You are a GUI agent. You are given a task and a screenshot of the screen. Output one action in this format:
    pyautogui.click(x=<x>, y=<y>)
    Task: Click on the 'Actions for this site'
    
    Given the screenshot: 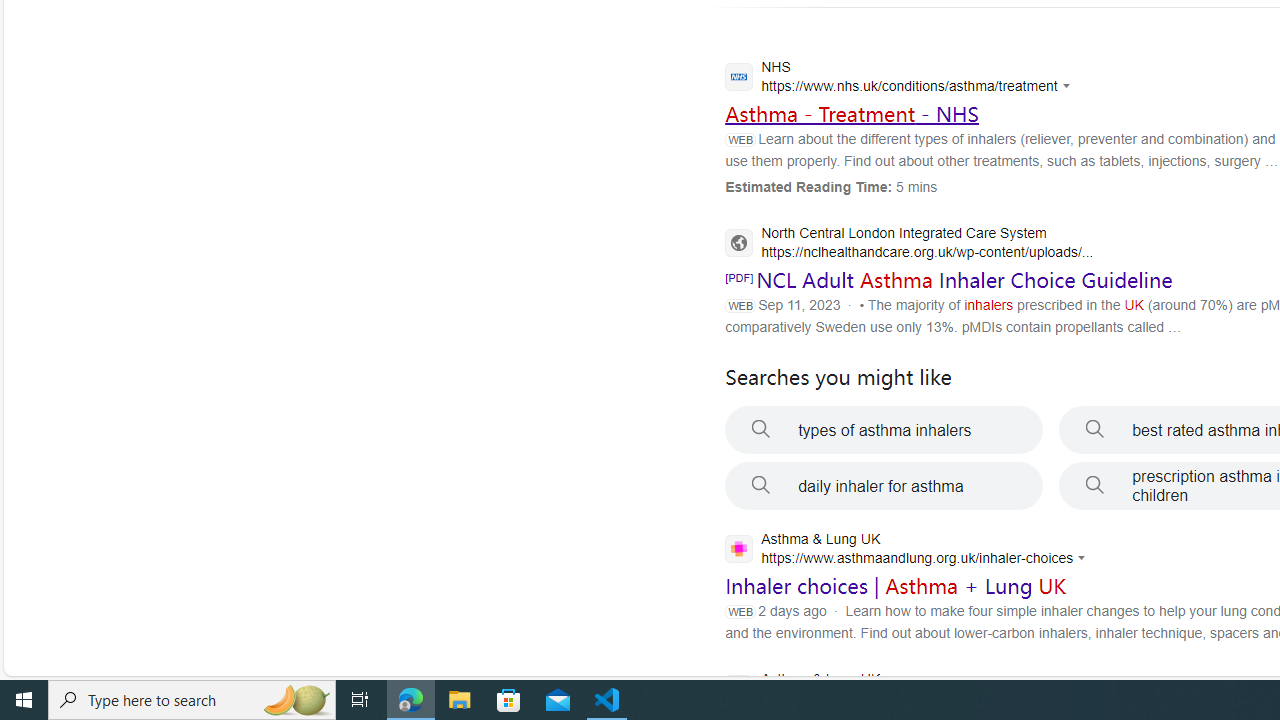 What is the action you would take?
    pyautogui.click(x=1083, y=558)
    